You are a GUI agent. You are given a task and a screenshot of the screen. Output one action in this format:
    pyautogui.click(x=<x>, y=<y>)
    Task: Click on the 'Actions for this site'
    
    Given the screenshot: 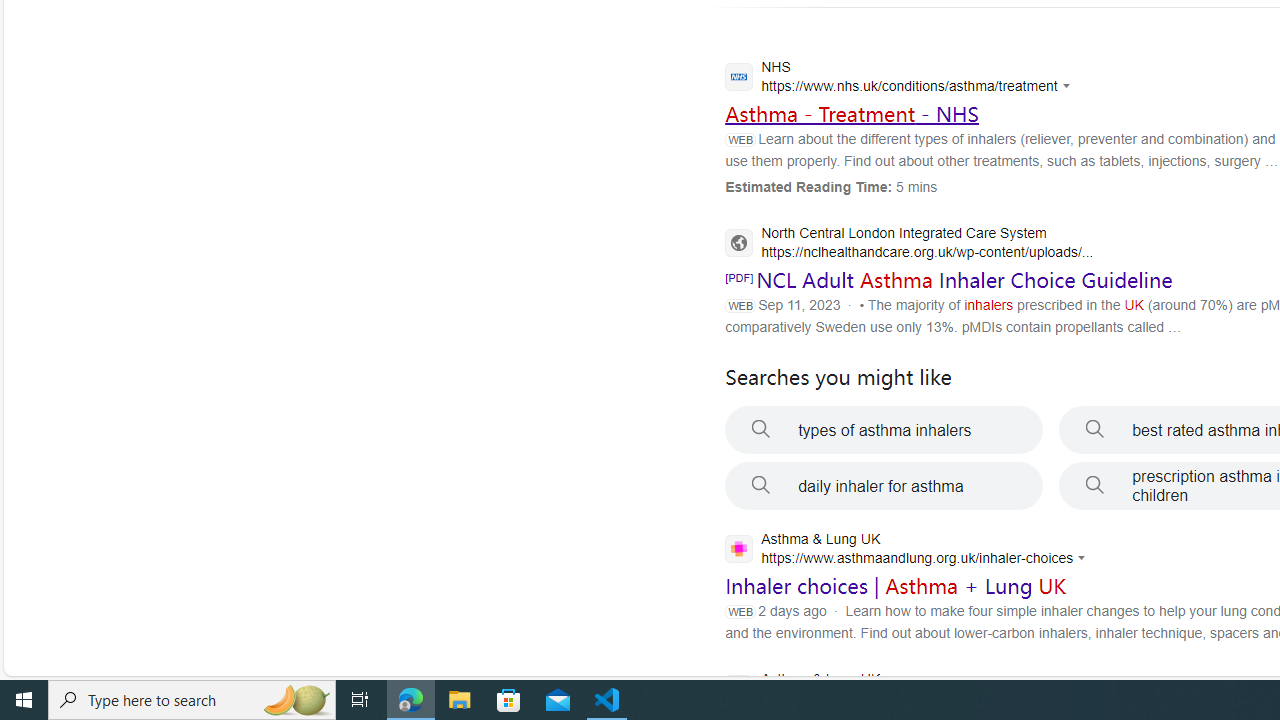 What is the action you would take?
    pyautogui.click(x=1083, y=558)
    